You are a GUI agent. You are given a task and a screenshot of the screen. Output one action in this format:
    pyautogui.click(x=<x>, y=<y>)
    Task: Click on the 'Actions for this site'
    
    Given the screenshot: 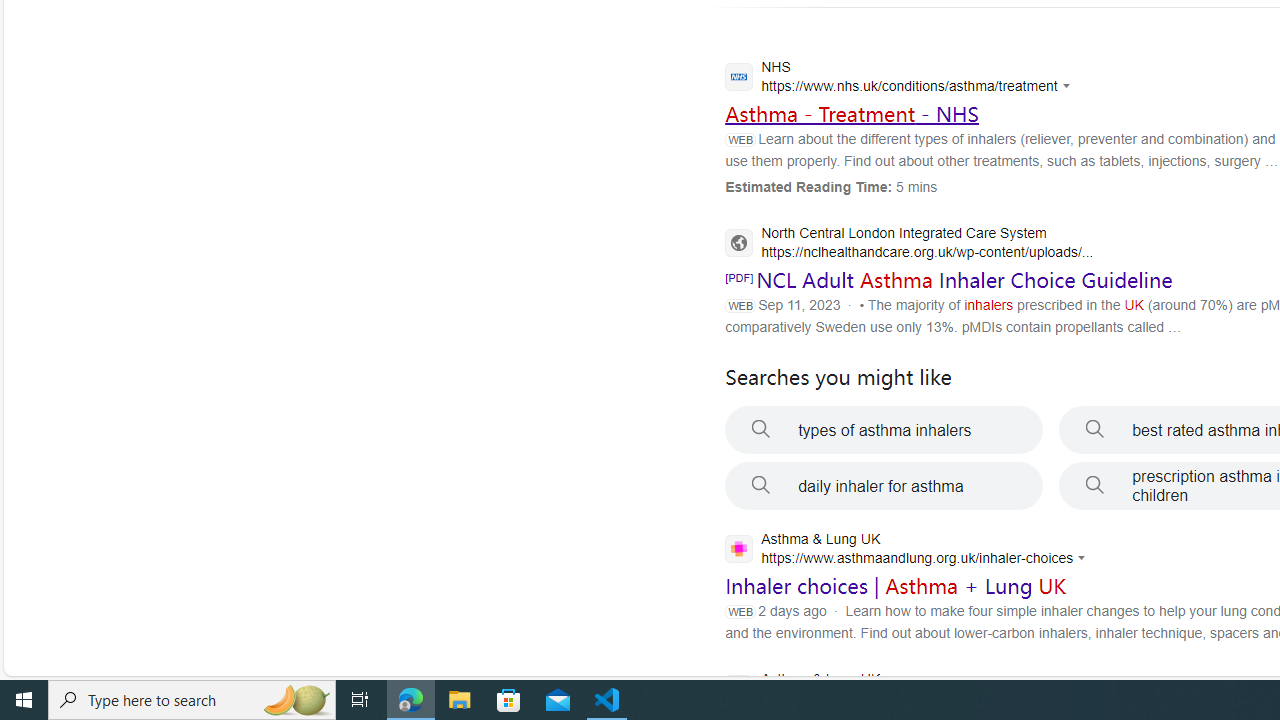 What is the action you would take?
    pyautogui.click(x=1083, y=558)
    